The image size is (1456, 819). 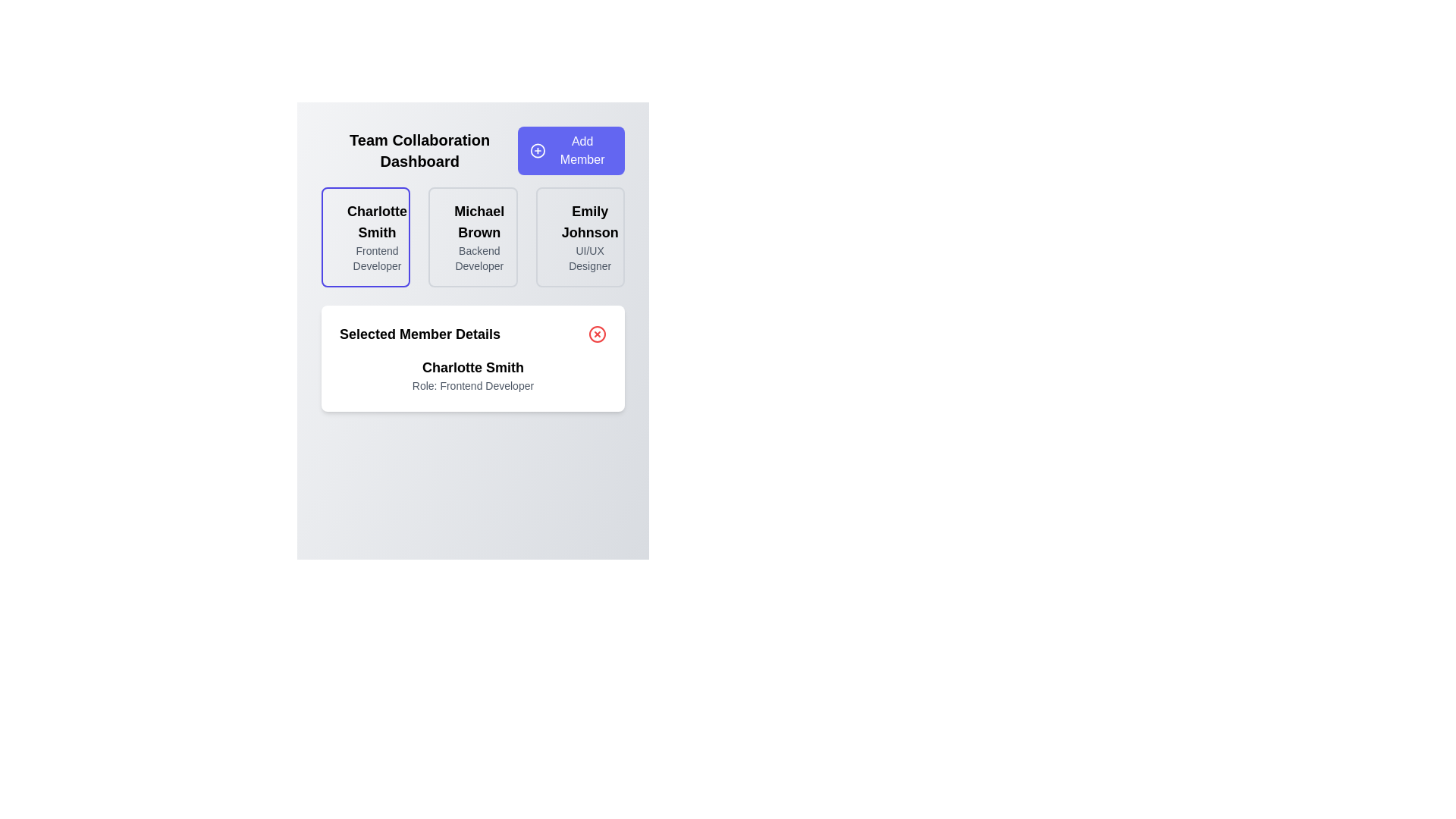 I want to click on the text label displaying the name 'Michael Brown', which is styled in bold and slightly larger font, positioned above the label 'Backend Developer', so click(x=479, y=222).